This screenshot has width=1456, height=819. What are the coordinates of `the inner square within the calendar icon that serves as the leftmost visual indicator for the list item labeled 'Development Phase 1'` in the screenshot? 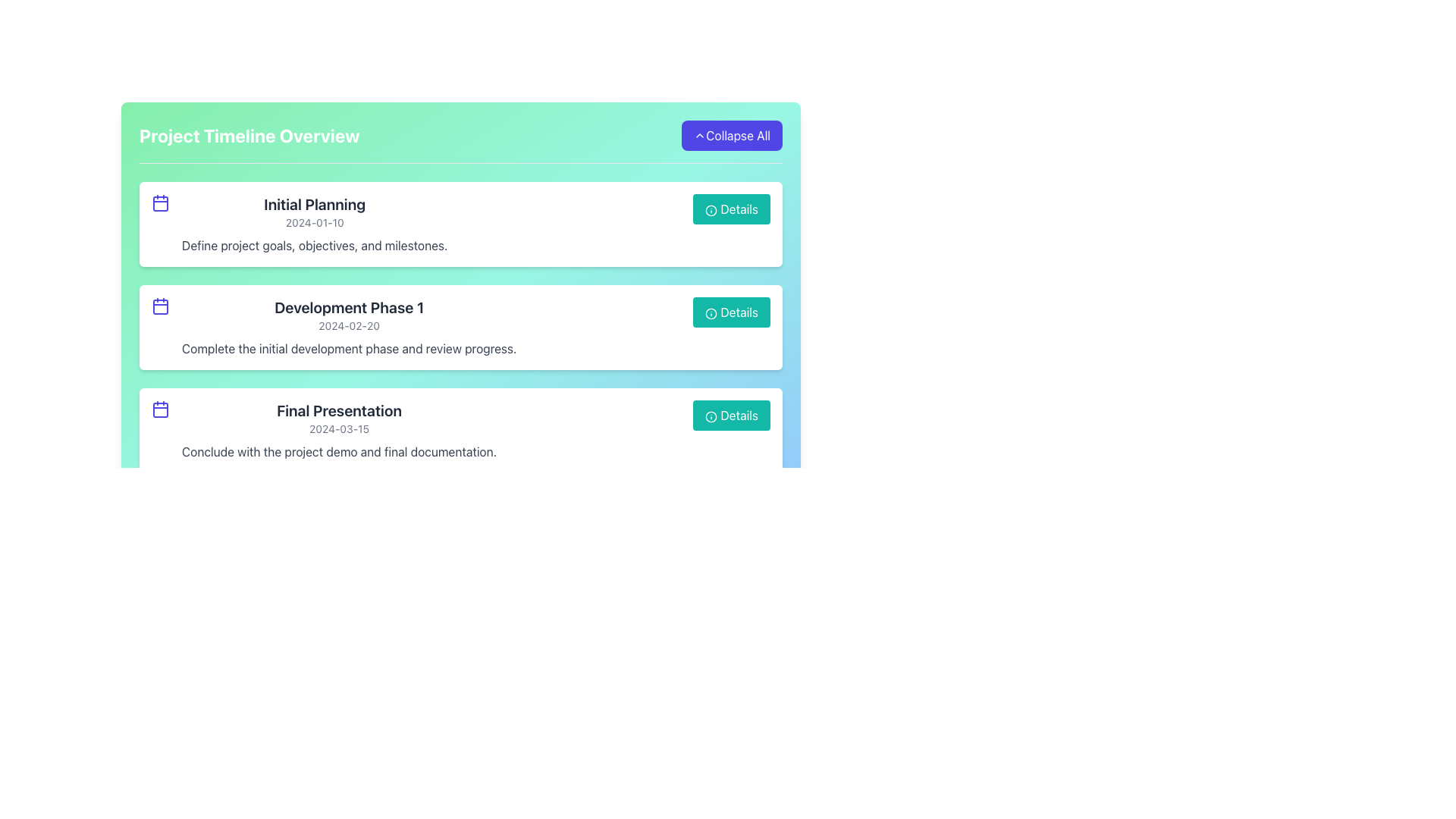 It's located at (160, 307).